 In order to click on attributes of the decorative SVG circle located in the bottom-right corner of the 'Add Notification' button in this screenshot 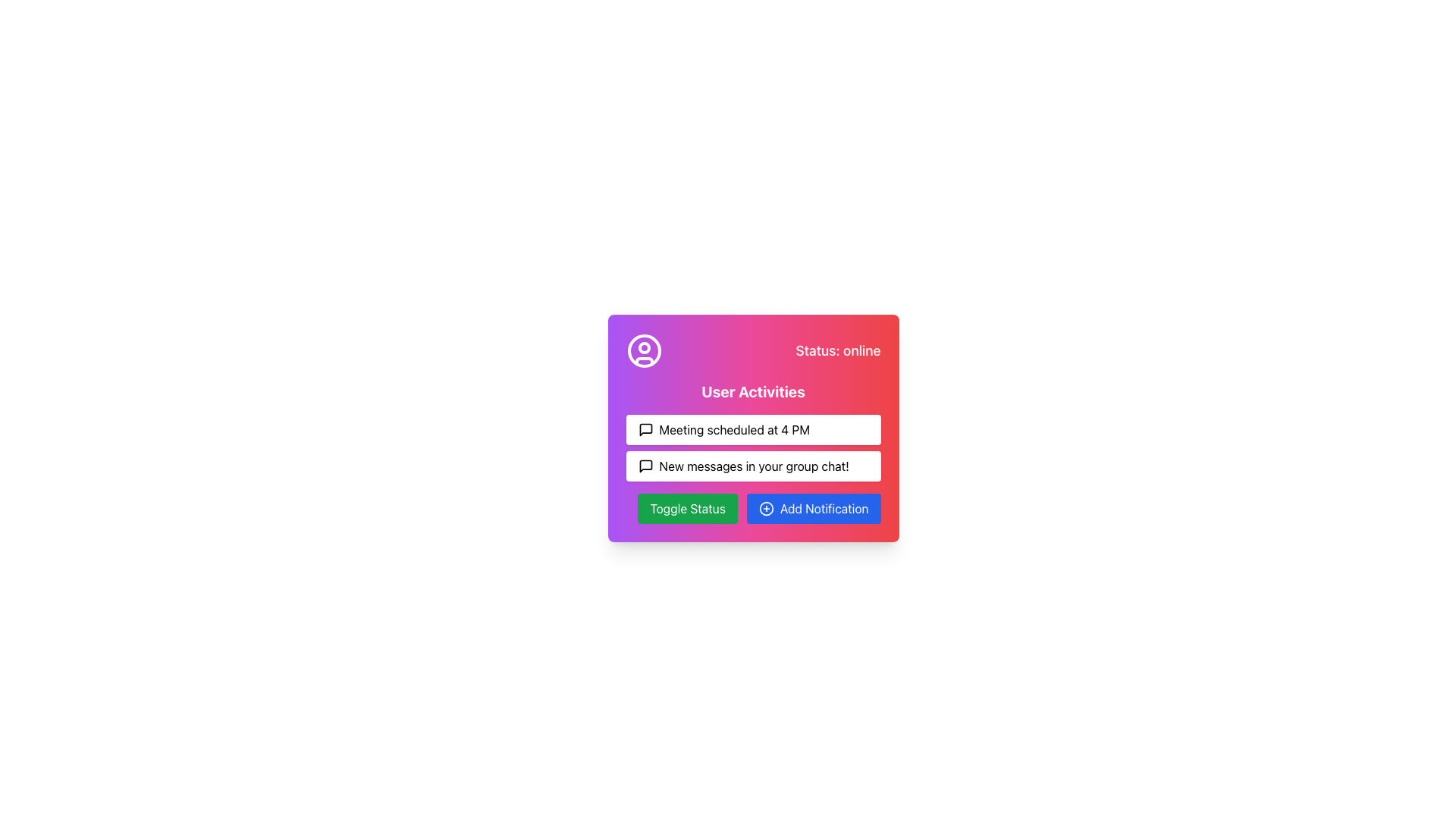, I will do `click(766, 509)`.